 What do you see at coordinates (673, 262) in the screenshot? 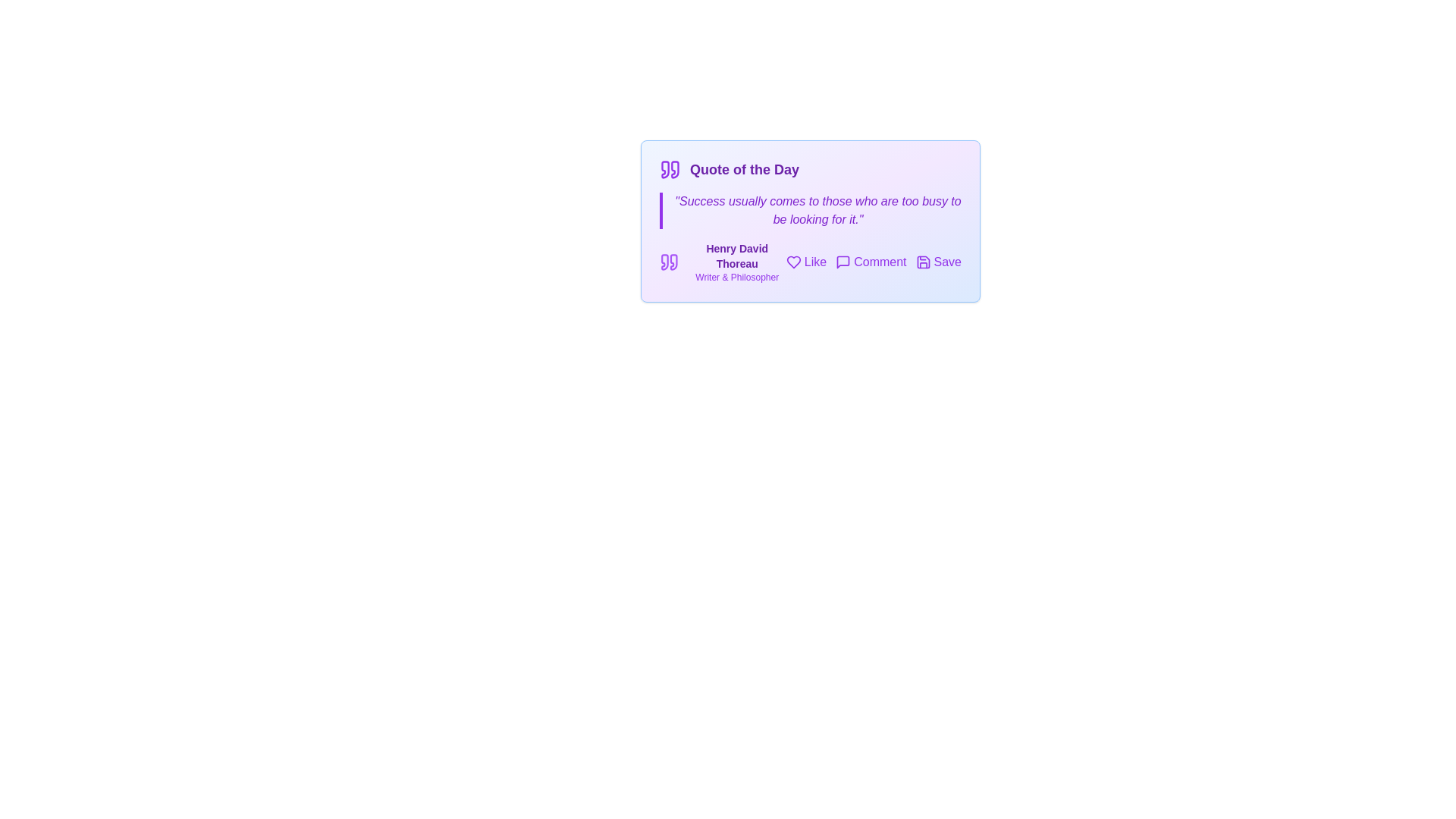
I see `the decorative graphical icon that visually denotes the quoted content within the card, located in the lower-left area of the card layout` at bounding box center [673, 262].